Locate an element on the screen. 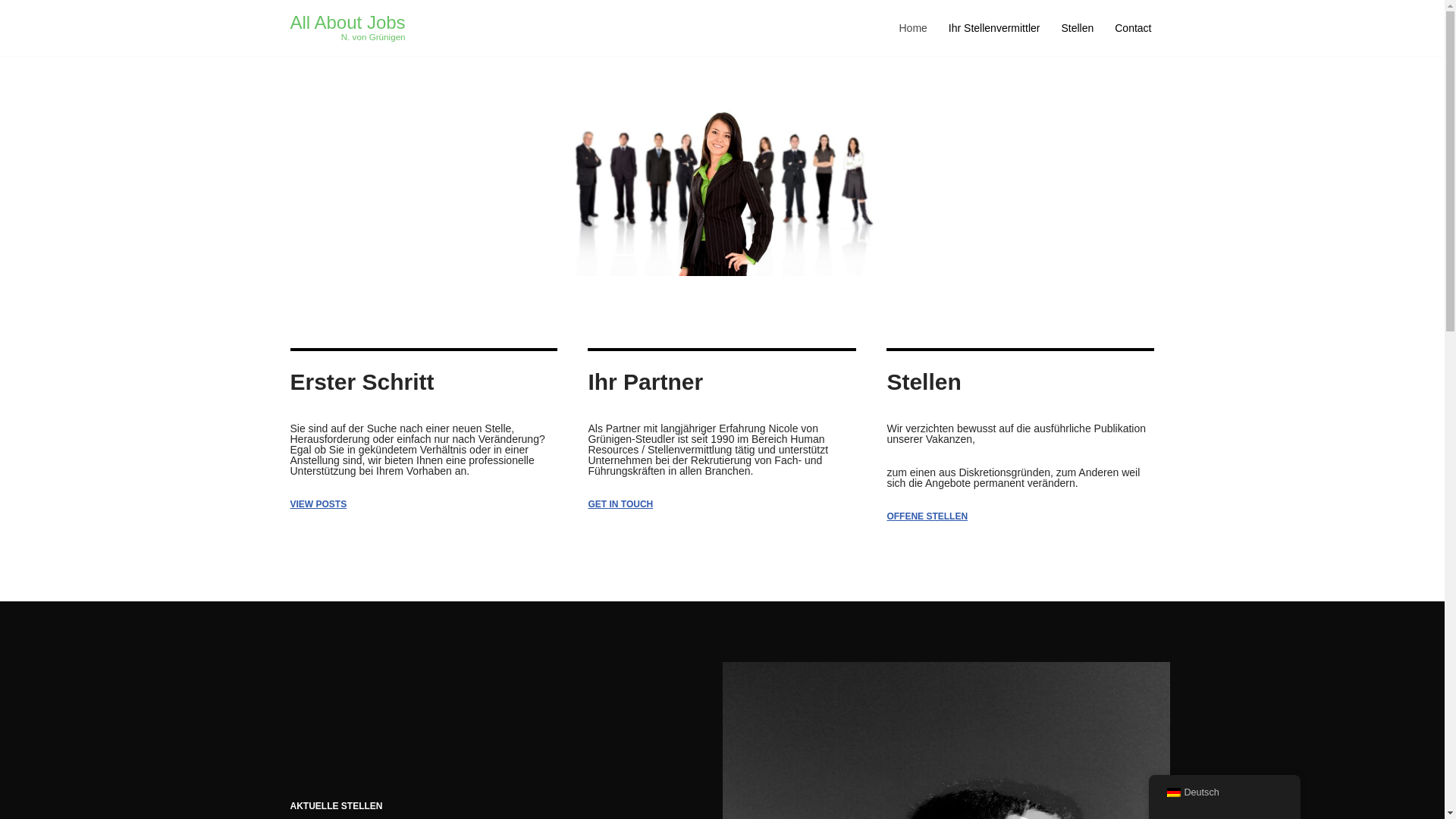  'Ihr Stellenvermittler' is located at coordinates (994, 27).